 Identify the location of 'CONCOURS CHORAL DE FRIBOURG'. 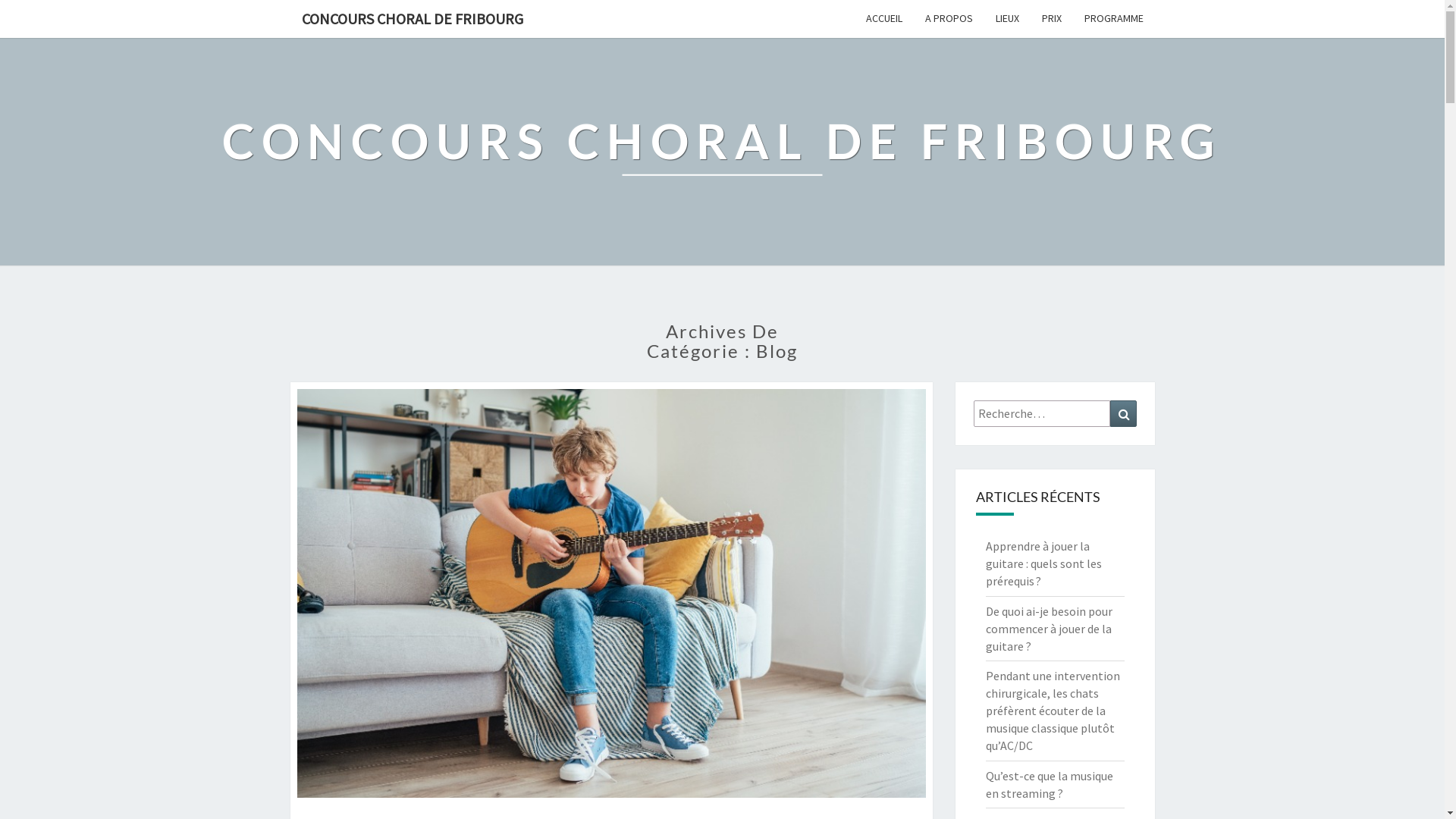
(721, 152).